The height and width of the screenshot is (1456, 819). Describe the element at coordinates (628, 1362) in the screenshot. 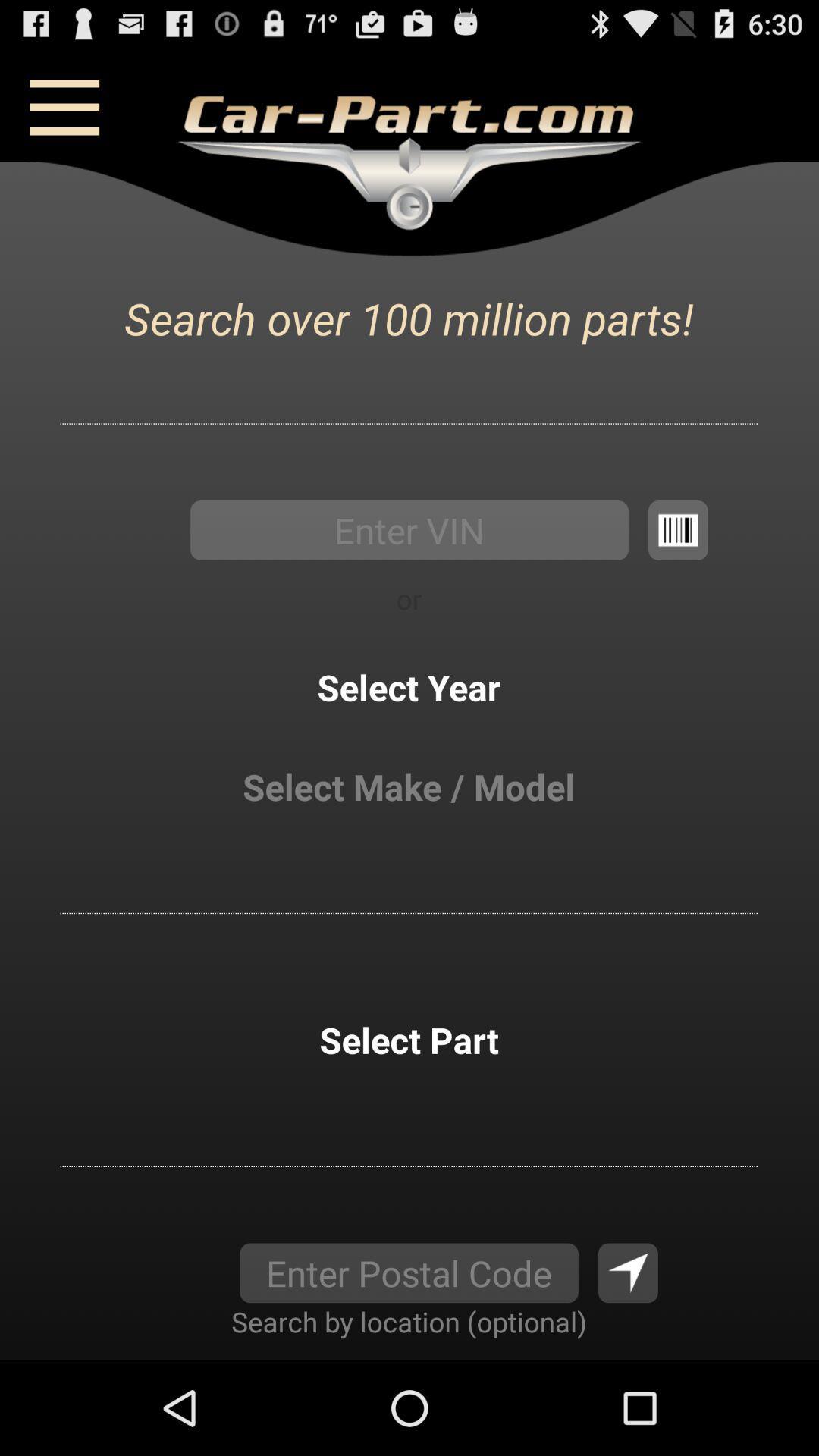

I see `the navigation icon` at that location.